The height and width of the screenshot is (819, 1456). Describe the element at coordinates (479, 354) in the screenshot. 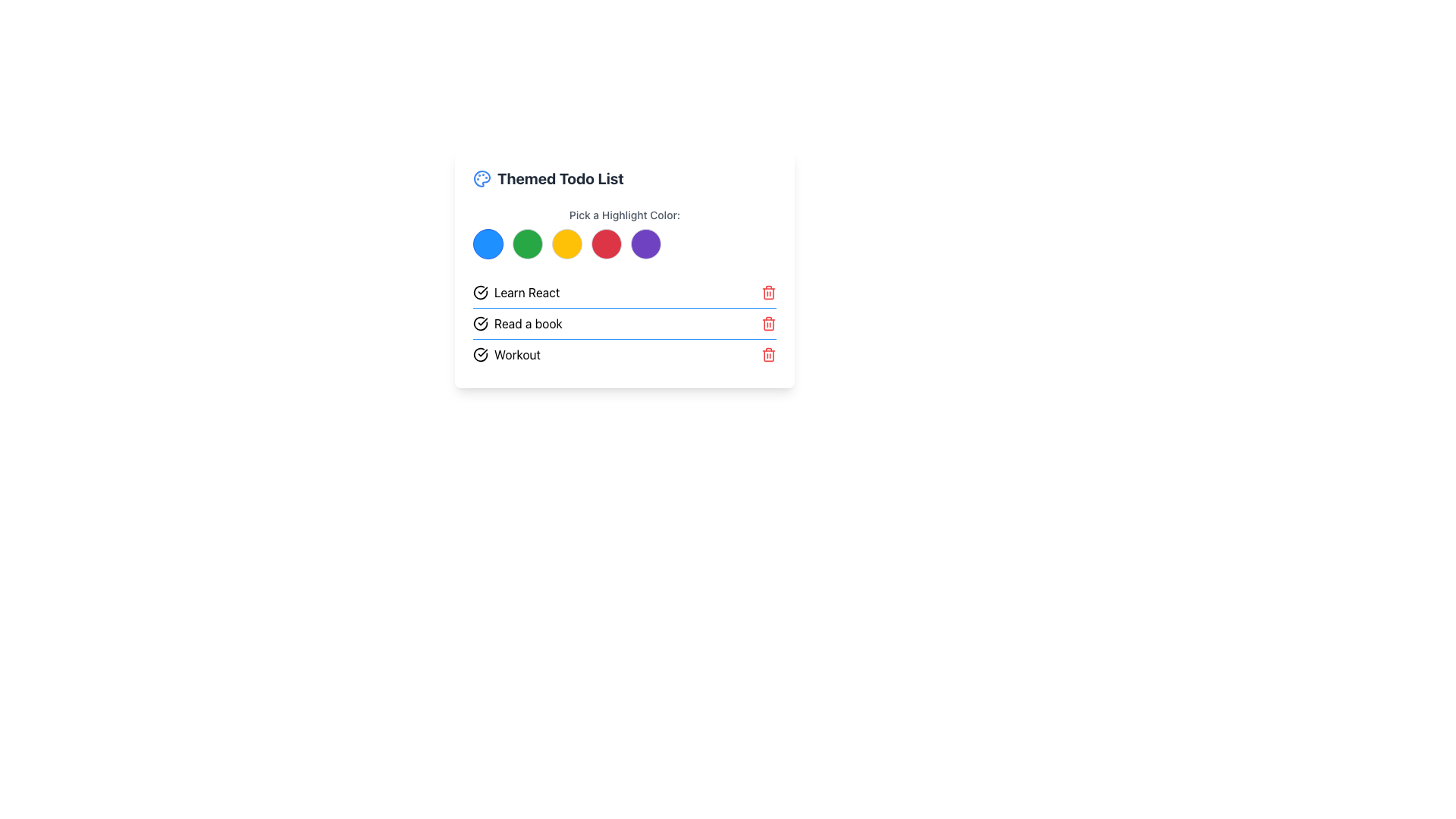

I see `the checkmark icon inside a circle, which is styled in blue and located next to the text 'Workout' in the 'Themed Todo List' card, indicating a completed action` at that location.